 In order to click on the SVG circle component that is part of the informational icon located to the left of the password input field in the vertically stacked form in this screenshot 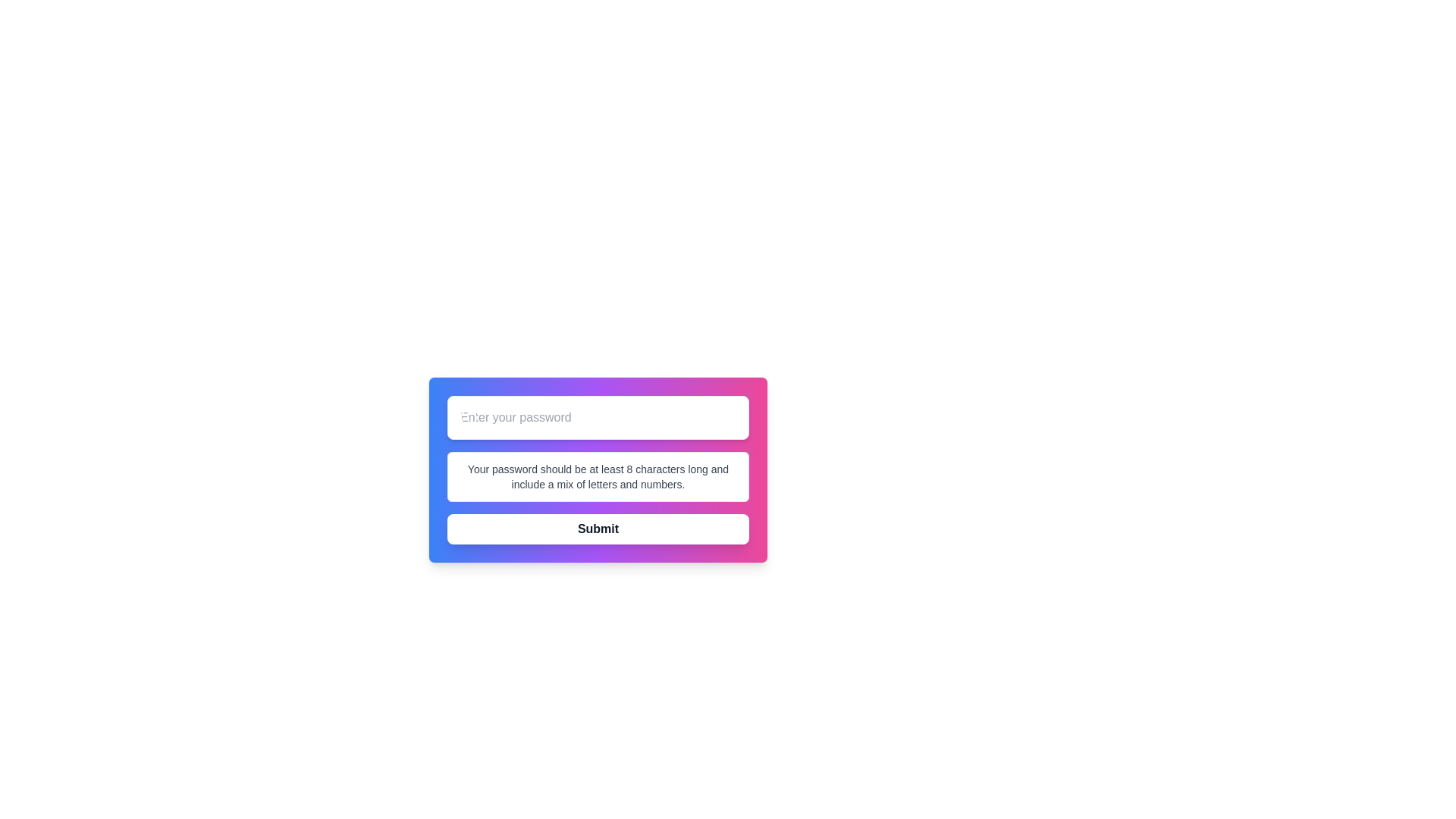, I will do `click(468, 418)`.